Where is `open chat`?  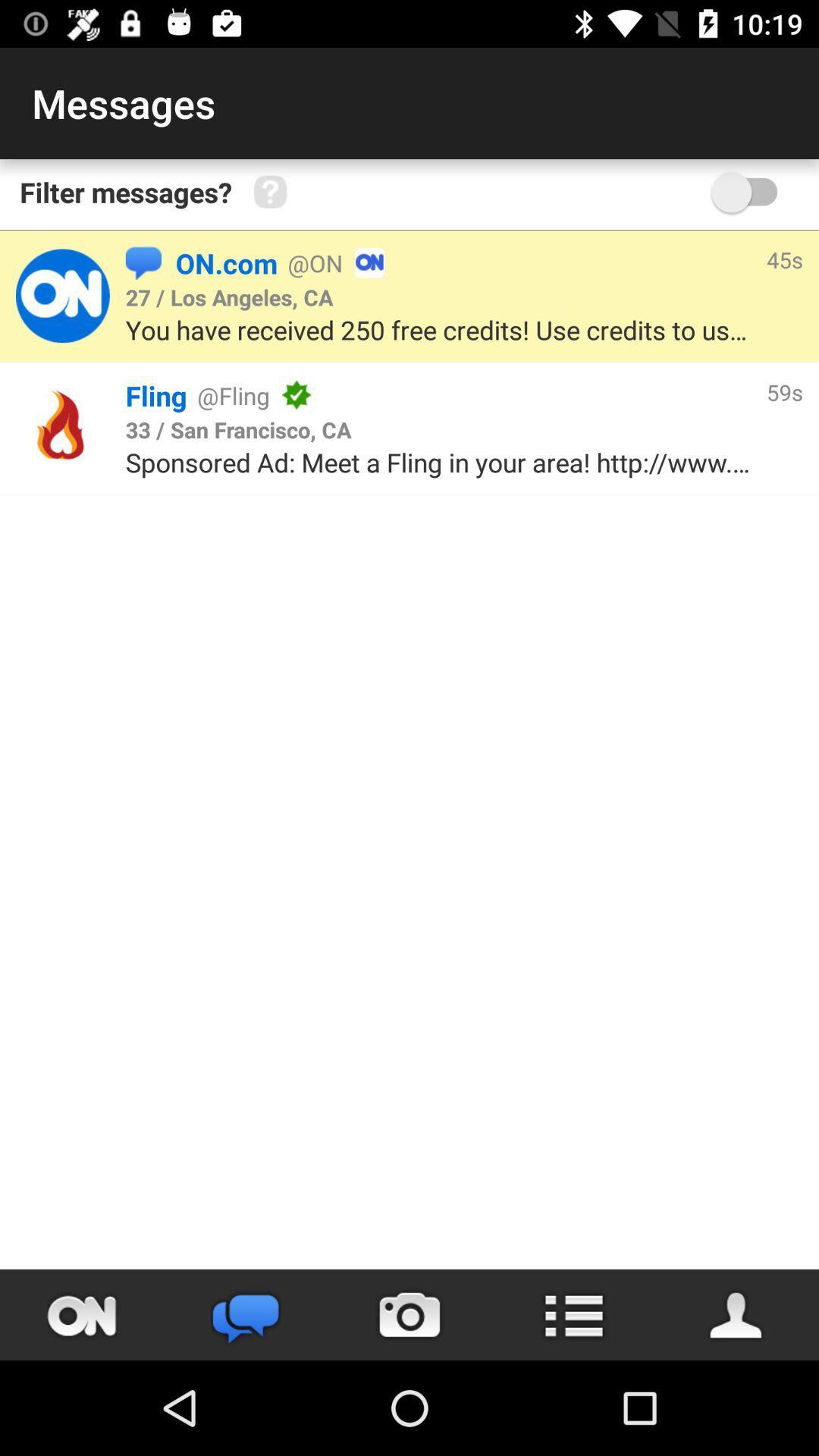
open chat is located at coordinates (245, 1314).